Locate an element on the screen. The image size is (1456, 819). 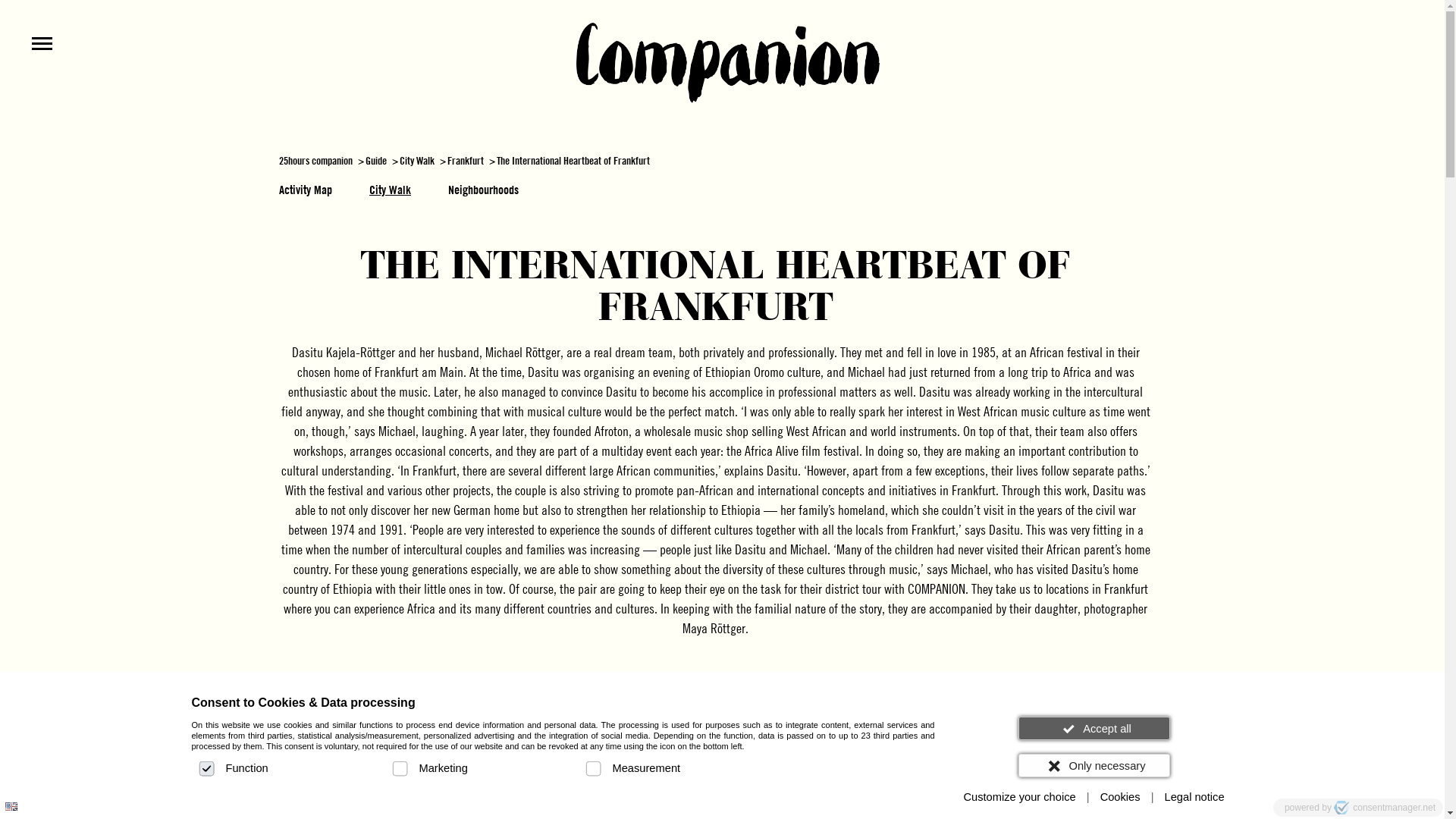
'Legal notice' is located at coordinates (1156, 796).